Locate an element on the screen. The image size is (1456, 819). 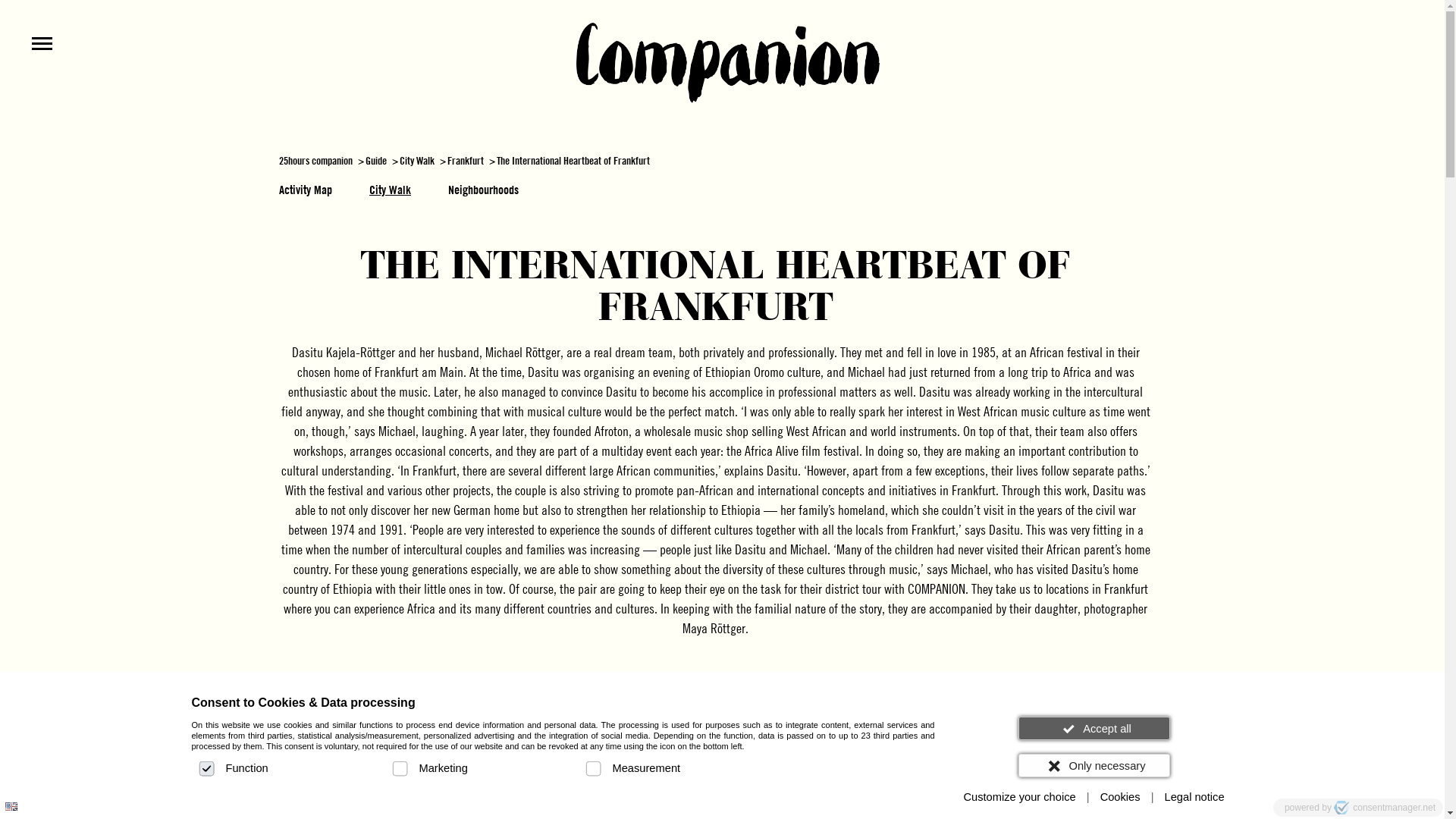
'Legal notice' is located at coordinates (1156, 796).